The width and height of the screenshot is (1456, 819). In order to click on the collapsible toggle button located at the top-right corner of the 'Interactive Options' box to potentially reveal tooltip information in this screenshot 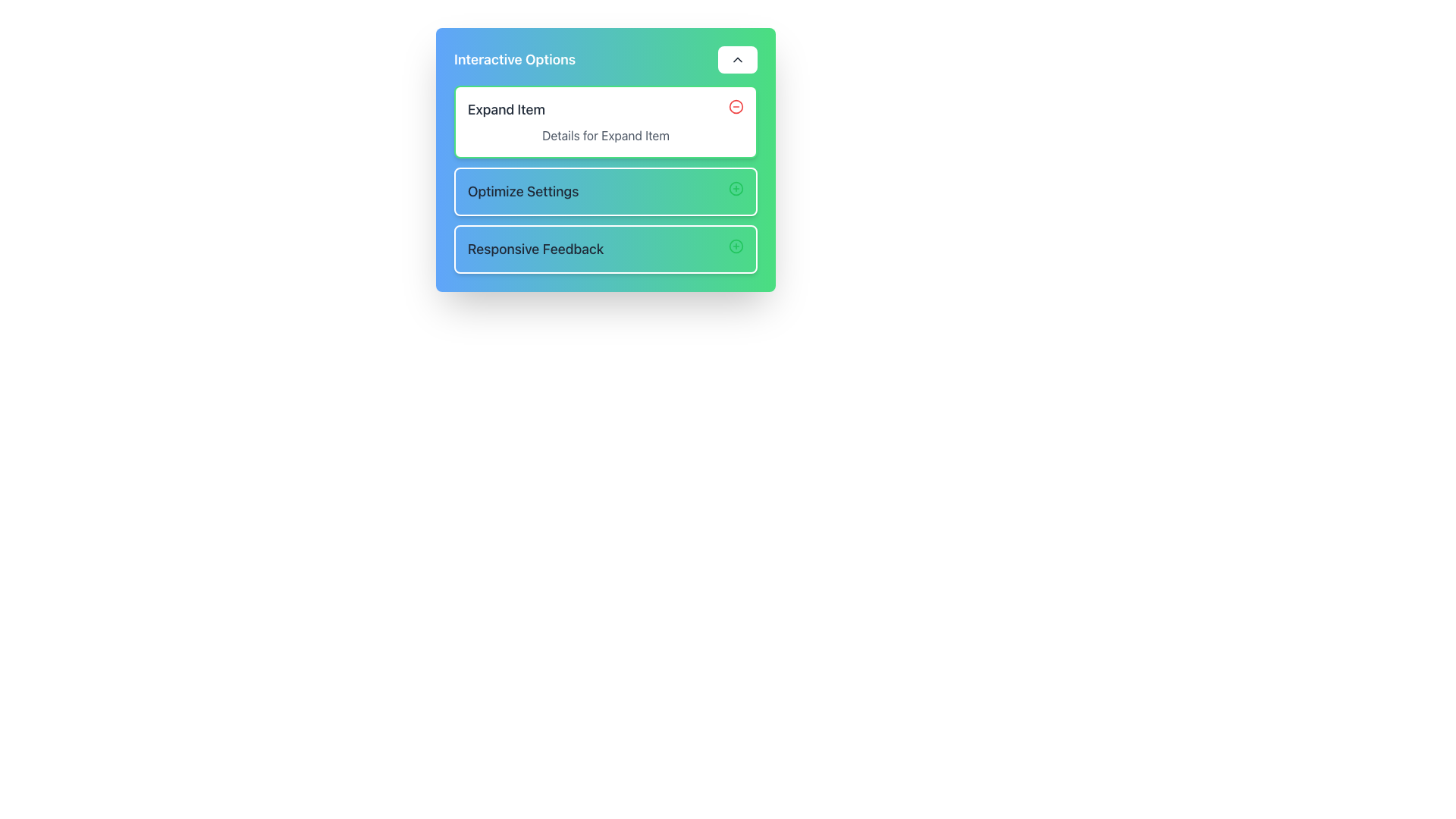, I will do `click(738, 58)`.